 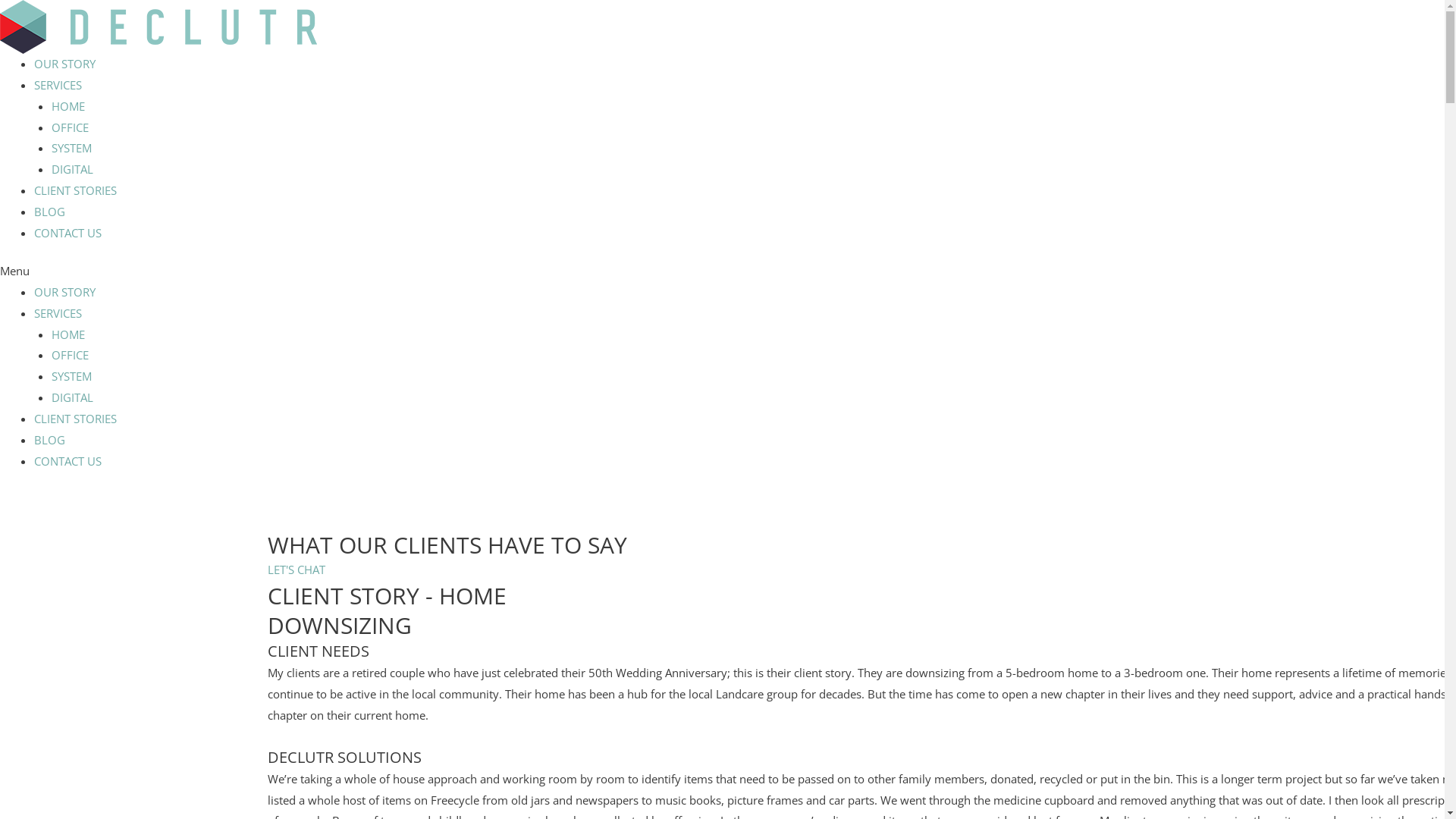 I want to click on 'CONTACT US', so click(x=67, y=460).